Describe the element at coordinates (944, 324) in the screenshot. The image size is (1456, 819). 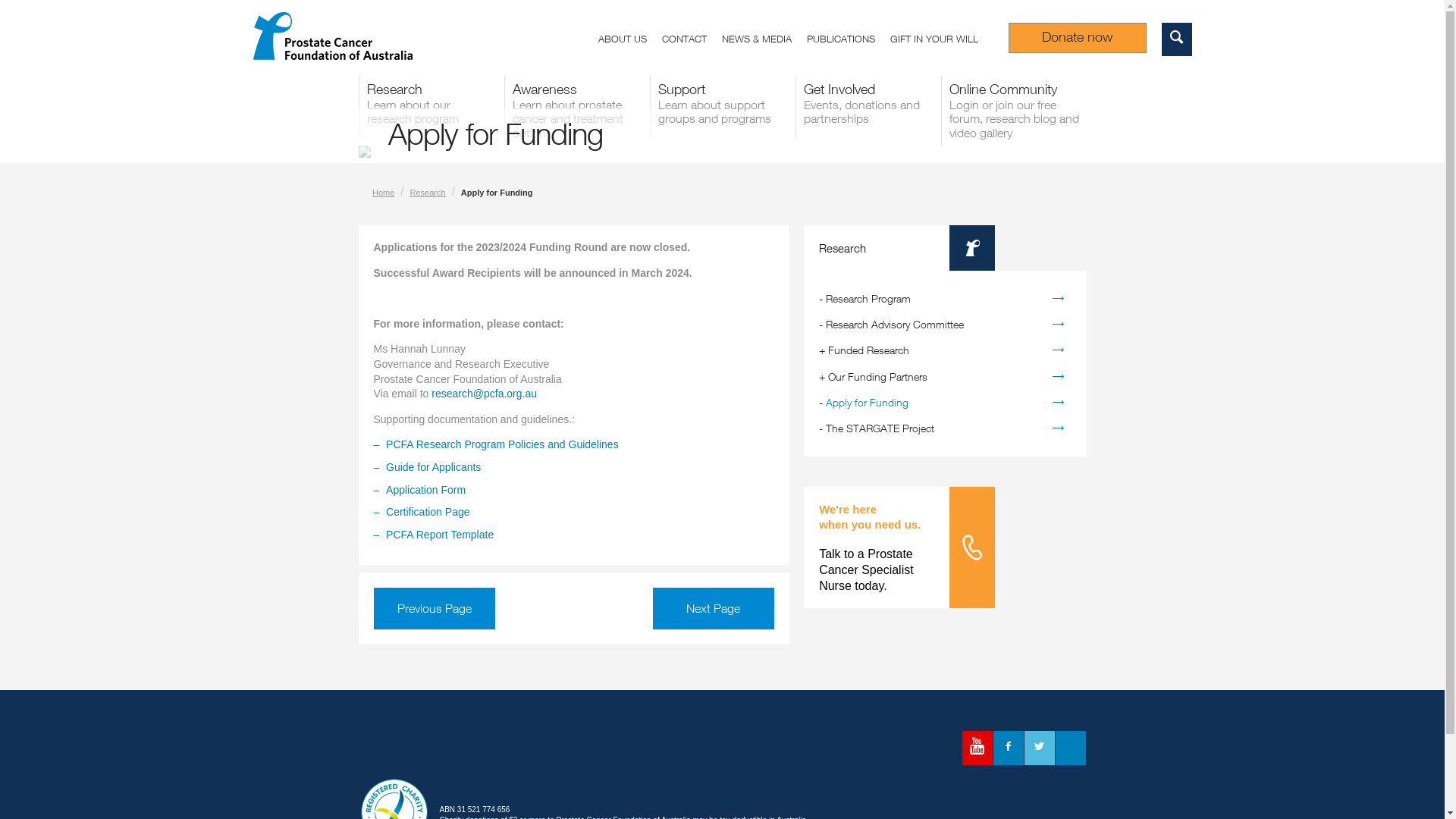
I see `'- Research Advisory Committee'` at that location.